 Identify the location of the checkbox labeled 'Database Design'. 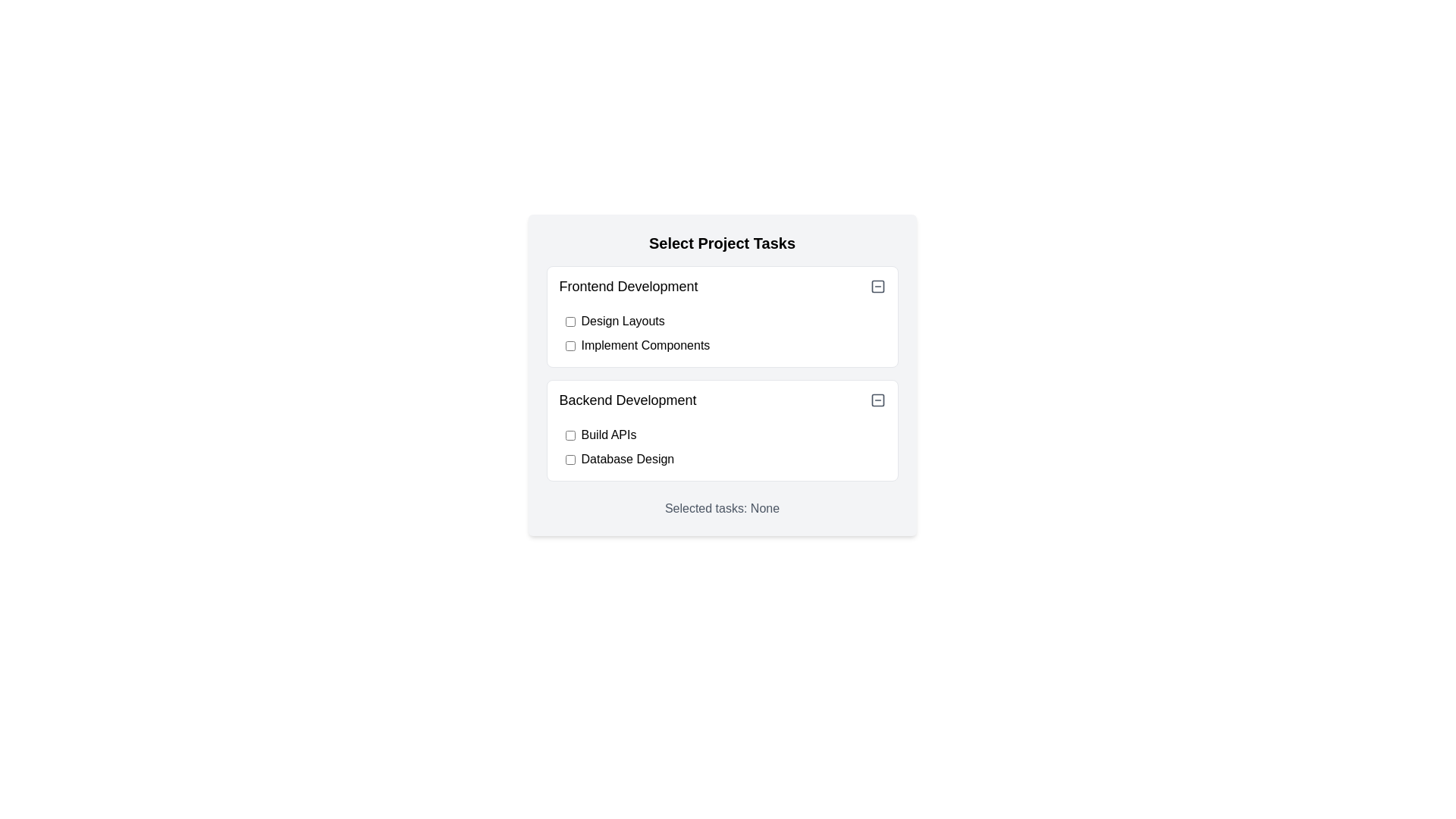
(731, 458).